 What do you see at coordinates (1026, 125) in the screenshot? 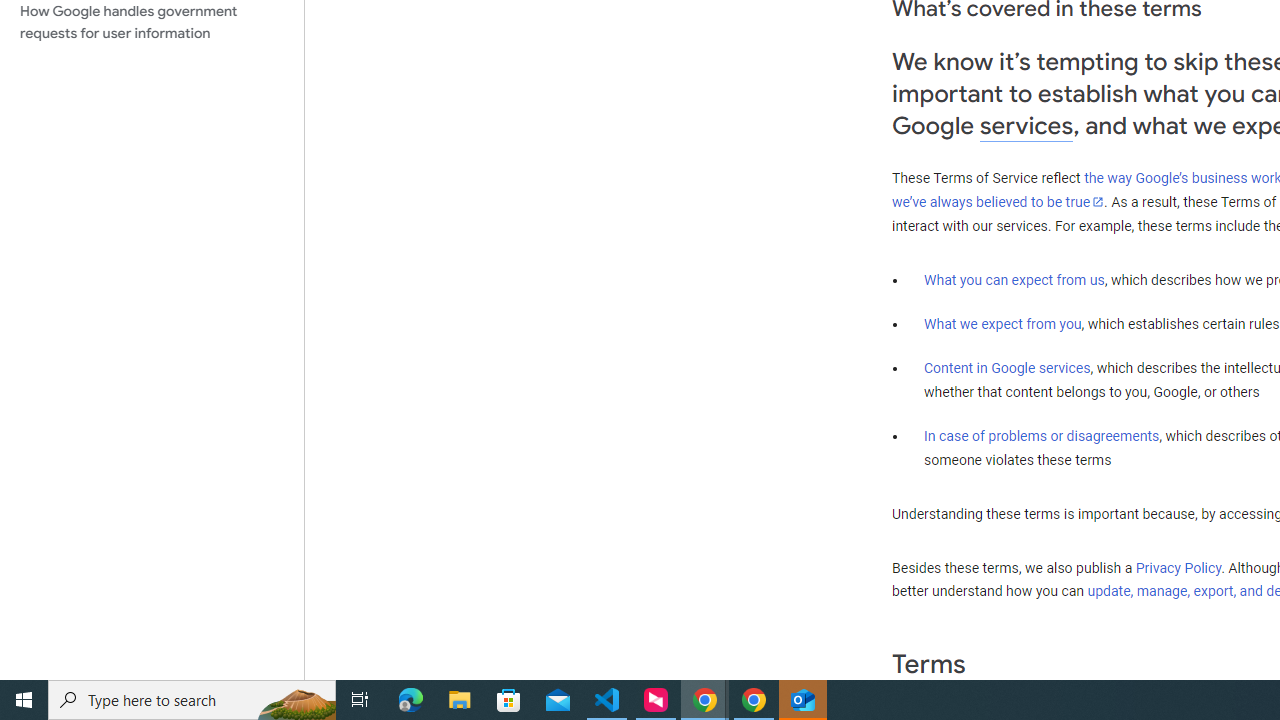
I see `'services'` at bounding box center [1026, 125].